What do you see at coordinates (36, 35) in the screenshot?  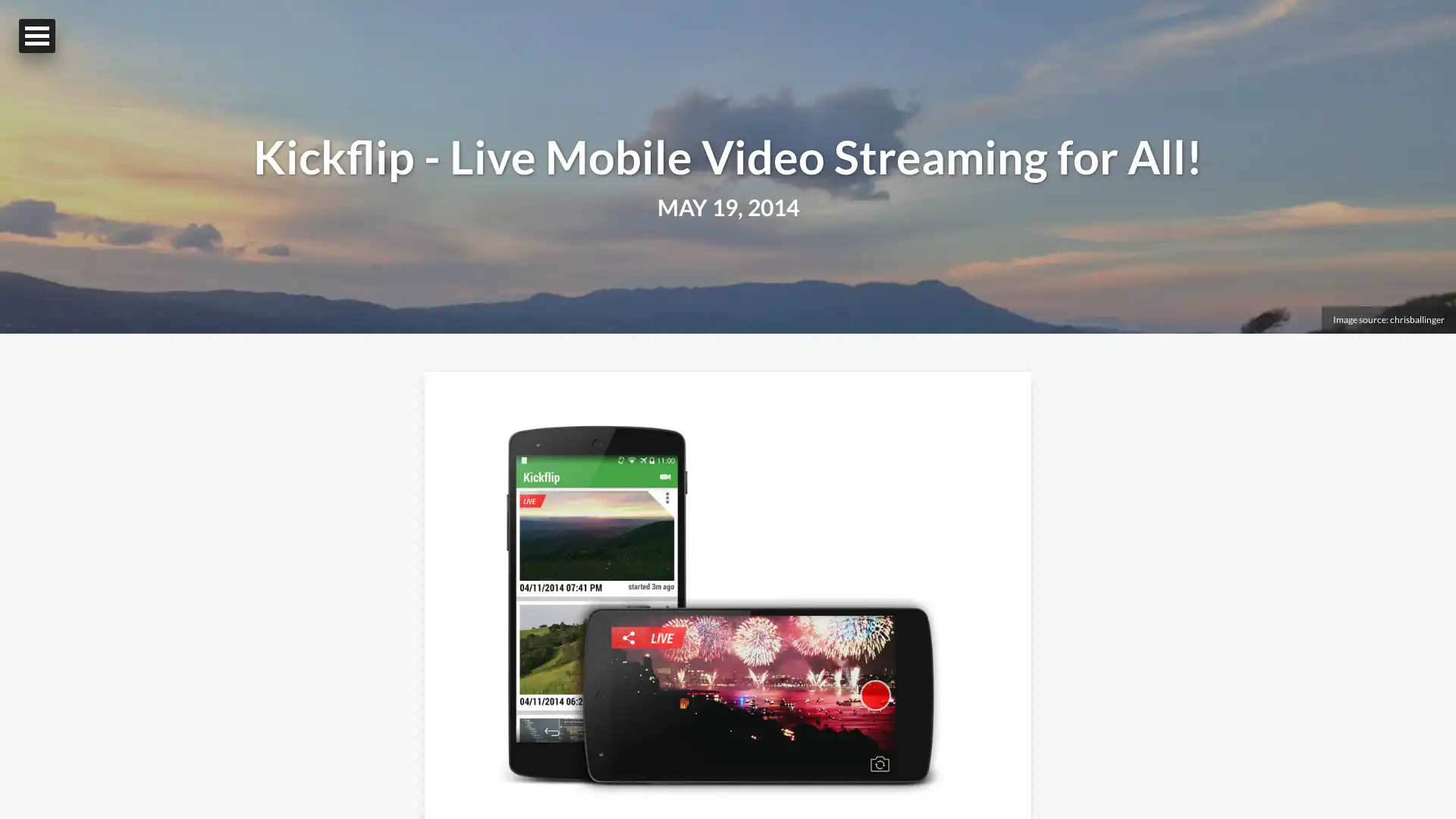 I see `Open Menu` at bounding box center [36, 35].